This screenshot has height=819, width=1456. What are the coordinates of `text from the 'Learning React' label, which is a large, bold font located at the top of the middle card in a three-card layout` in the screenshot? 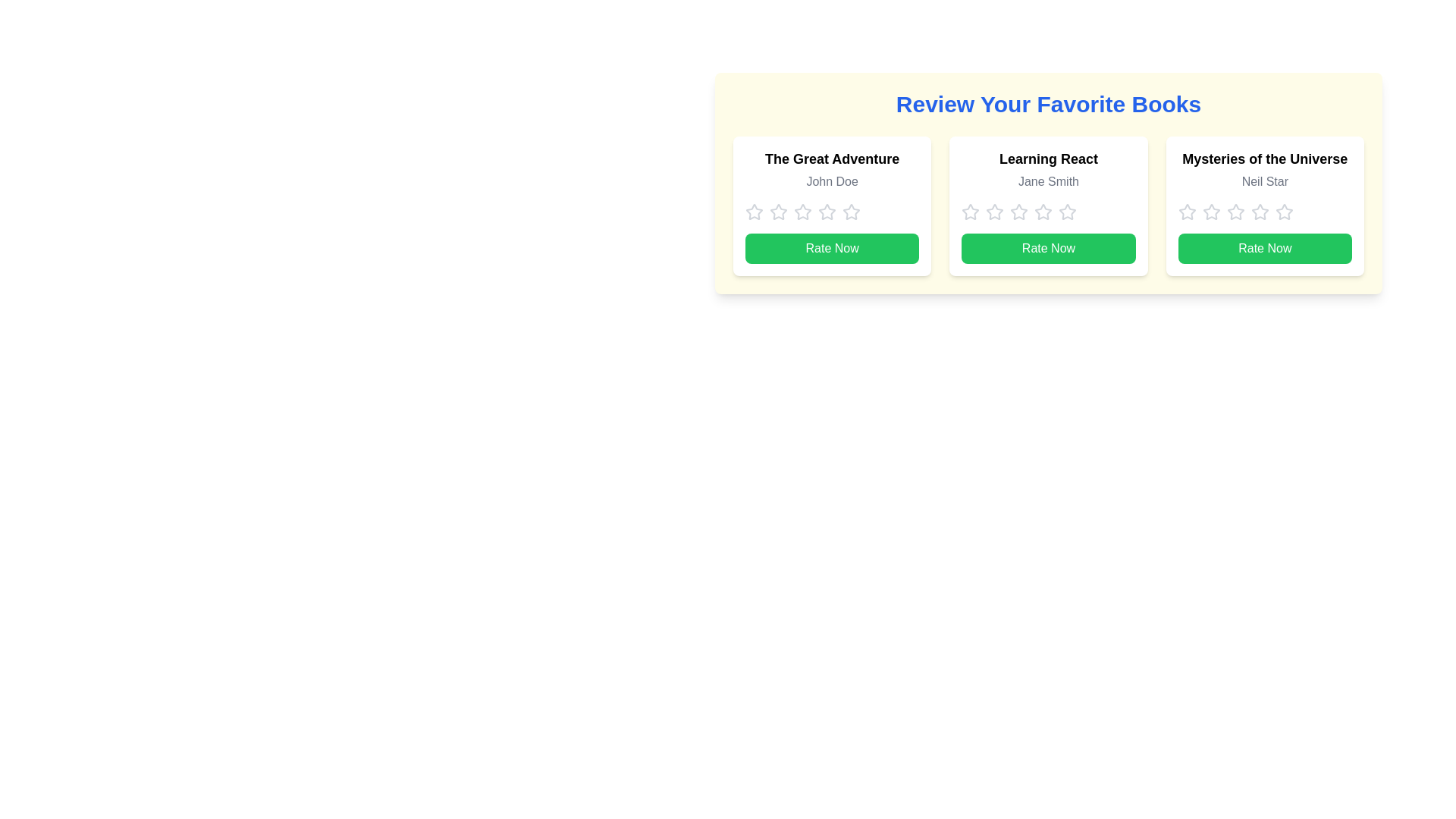 It's located at (1047, 158).